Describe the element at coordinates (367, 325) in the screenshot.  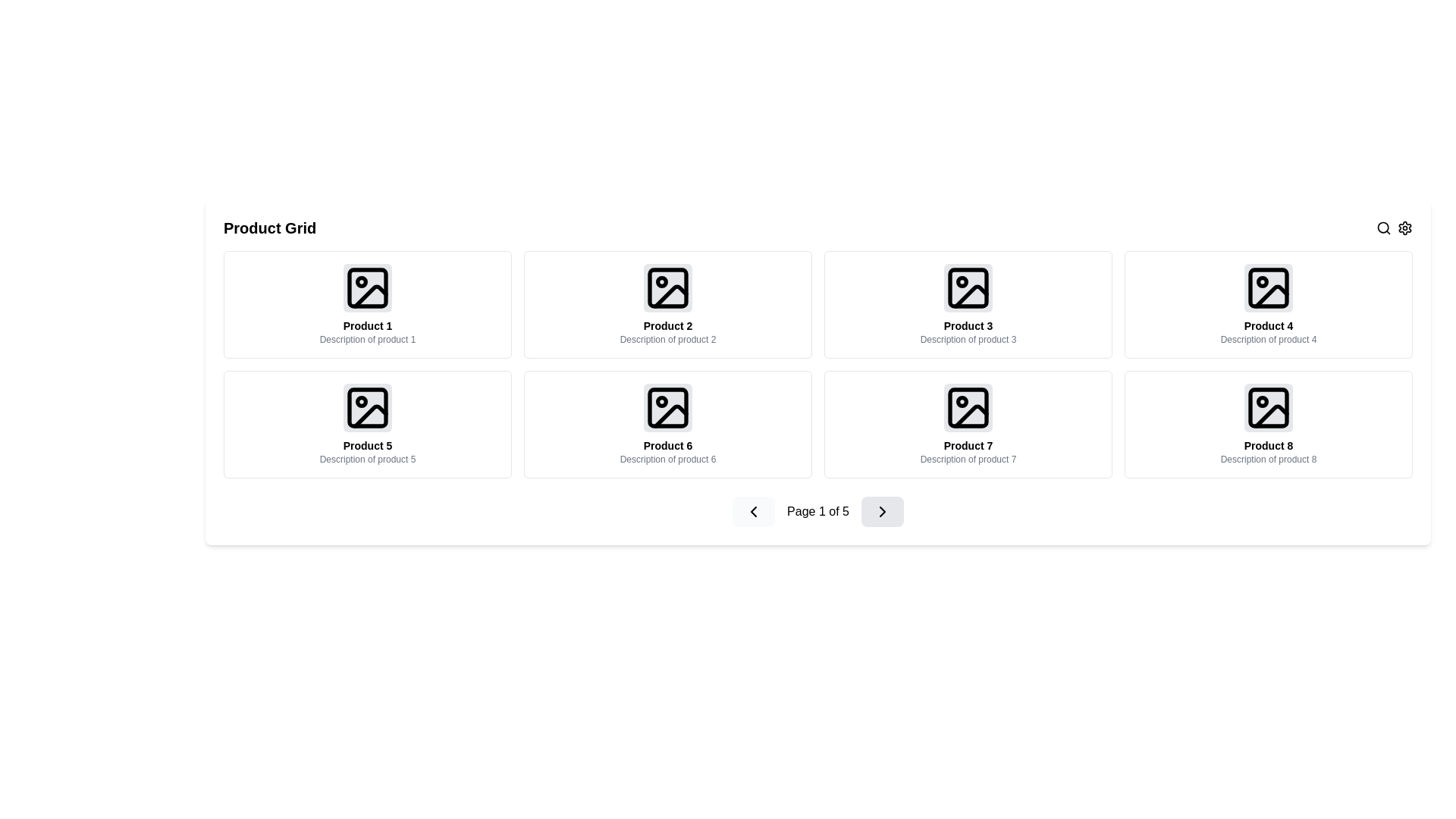
I see `the product name label that indicates the title of the product, located above the 'Description of product 1' text in the top-left section of the grid` at that location.